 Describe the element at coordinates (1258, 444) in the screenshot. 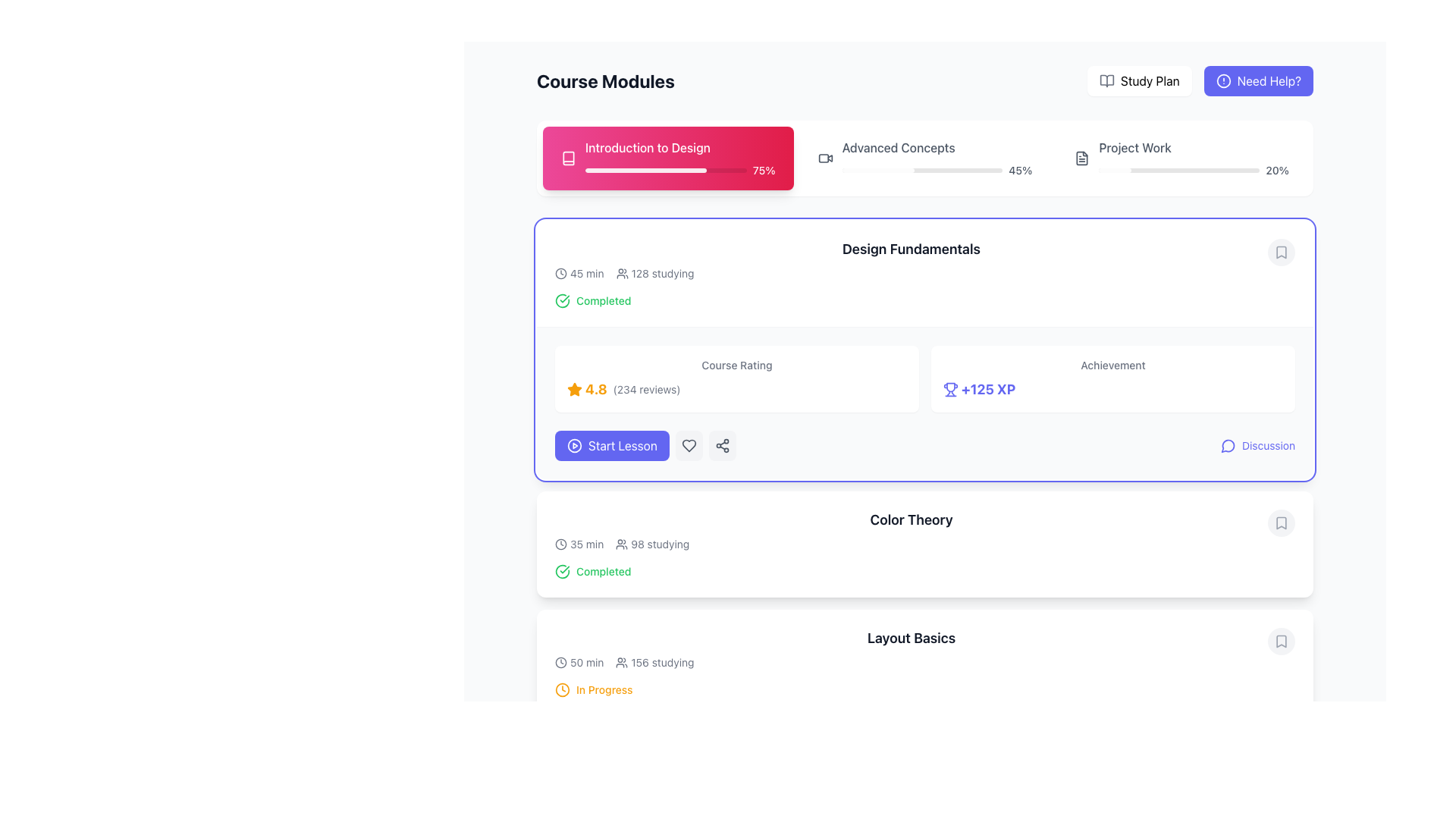

I see `the 'Discussion' button with a speech bubble icon located in the bottom-right corner of the 'Design Fundamentals' section` at that location.